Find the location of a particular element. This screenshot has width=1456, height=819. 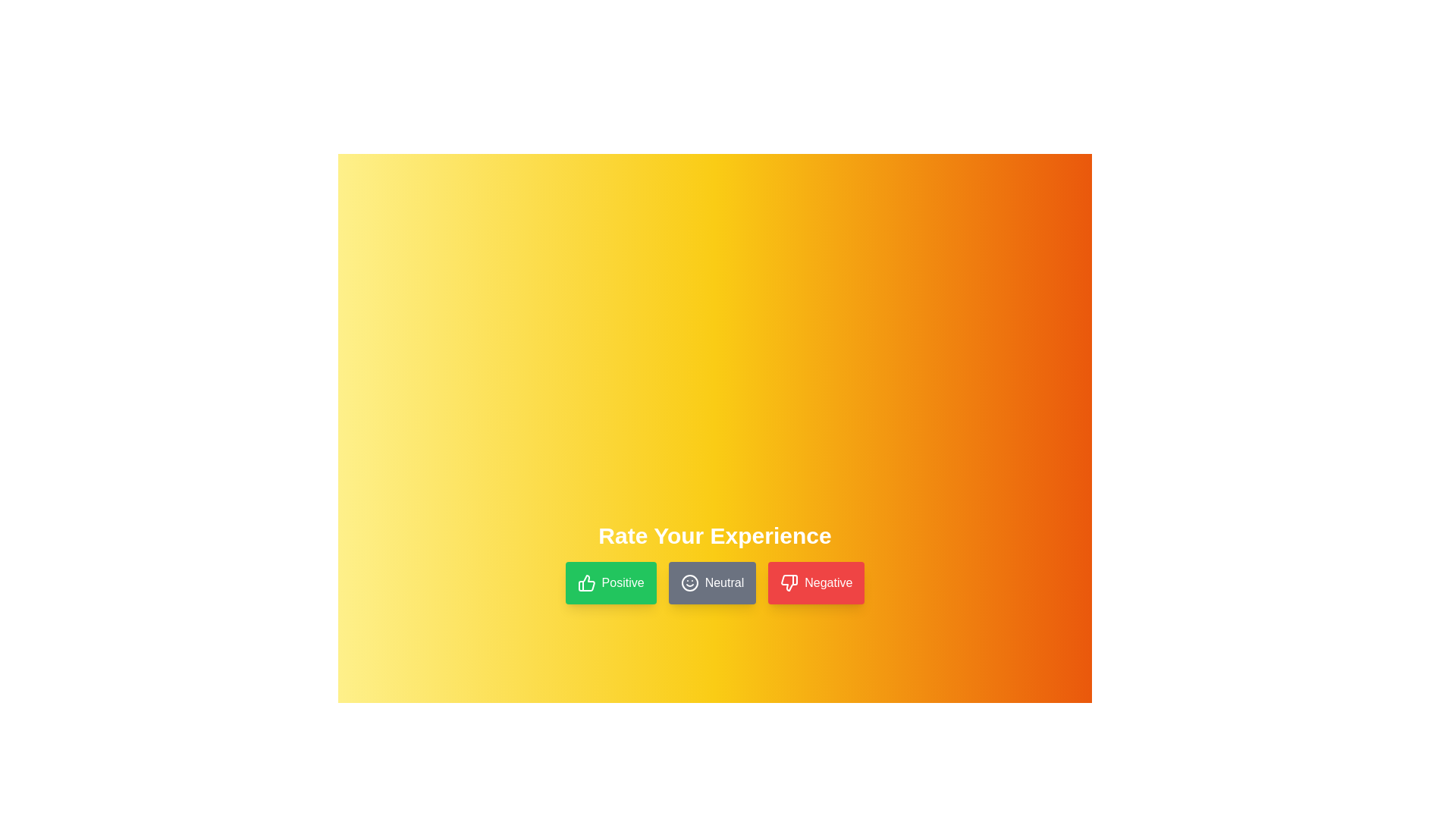

the header text labeled 'Rate Your Experience', which is a bold, white, large-sized text displayed against a vibrant gradient background is located at coordinates (714, 535).